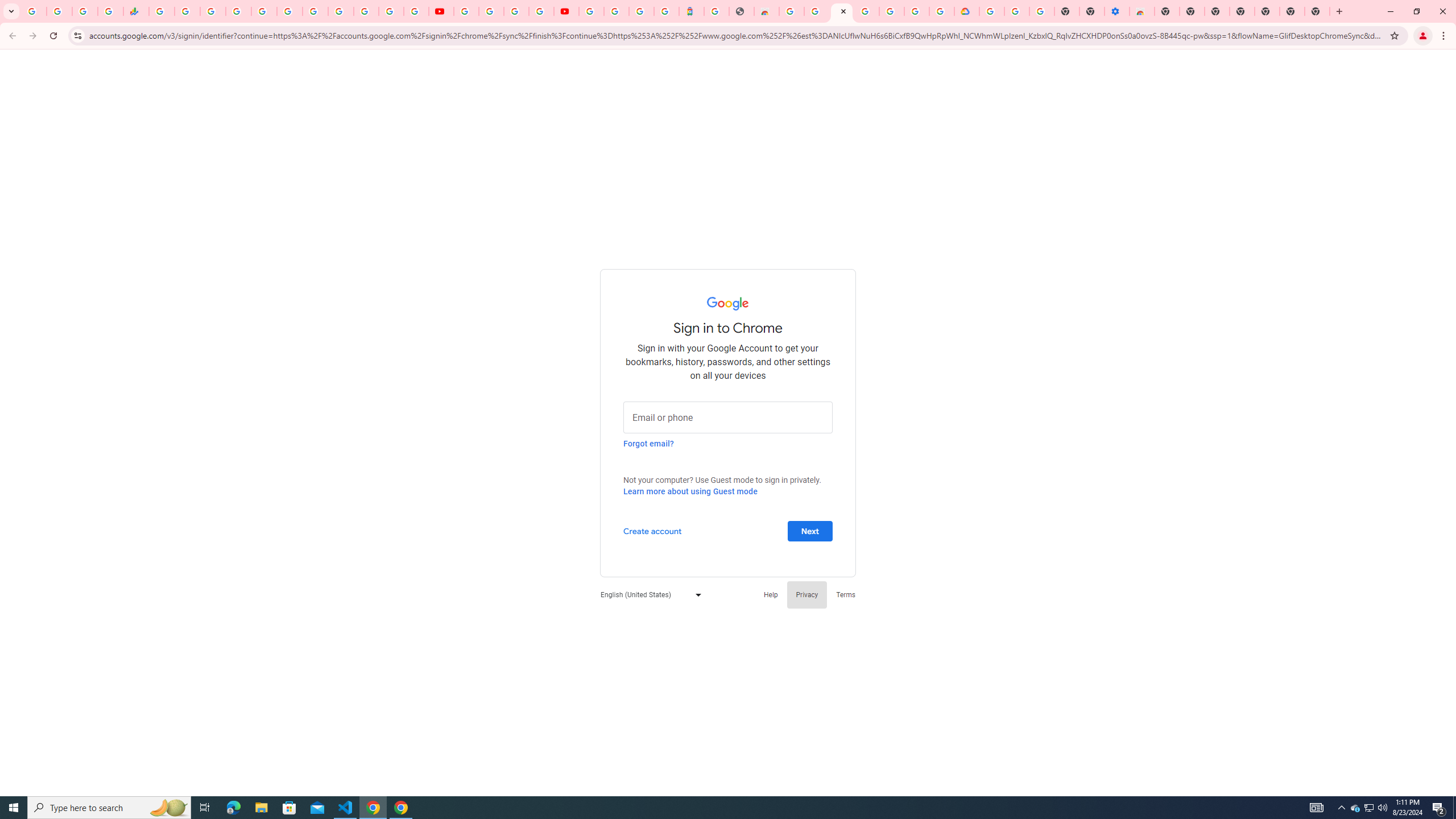 The width and height of the screenshot is (1456, 819). Describe the element at coordinates (516, 11) in the screenshot. I see `'Create your Google Account'` at that location.